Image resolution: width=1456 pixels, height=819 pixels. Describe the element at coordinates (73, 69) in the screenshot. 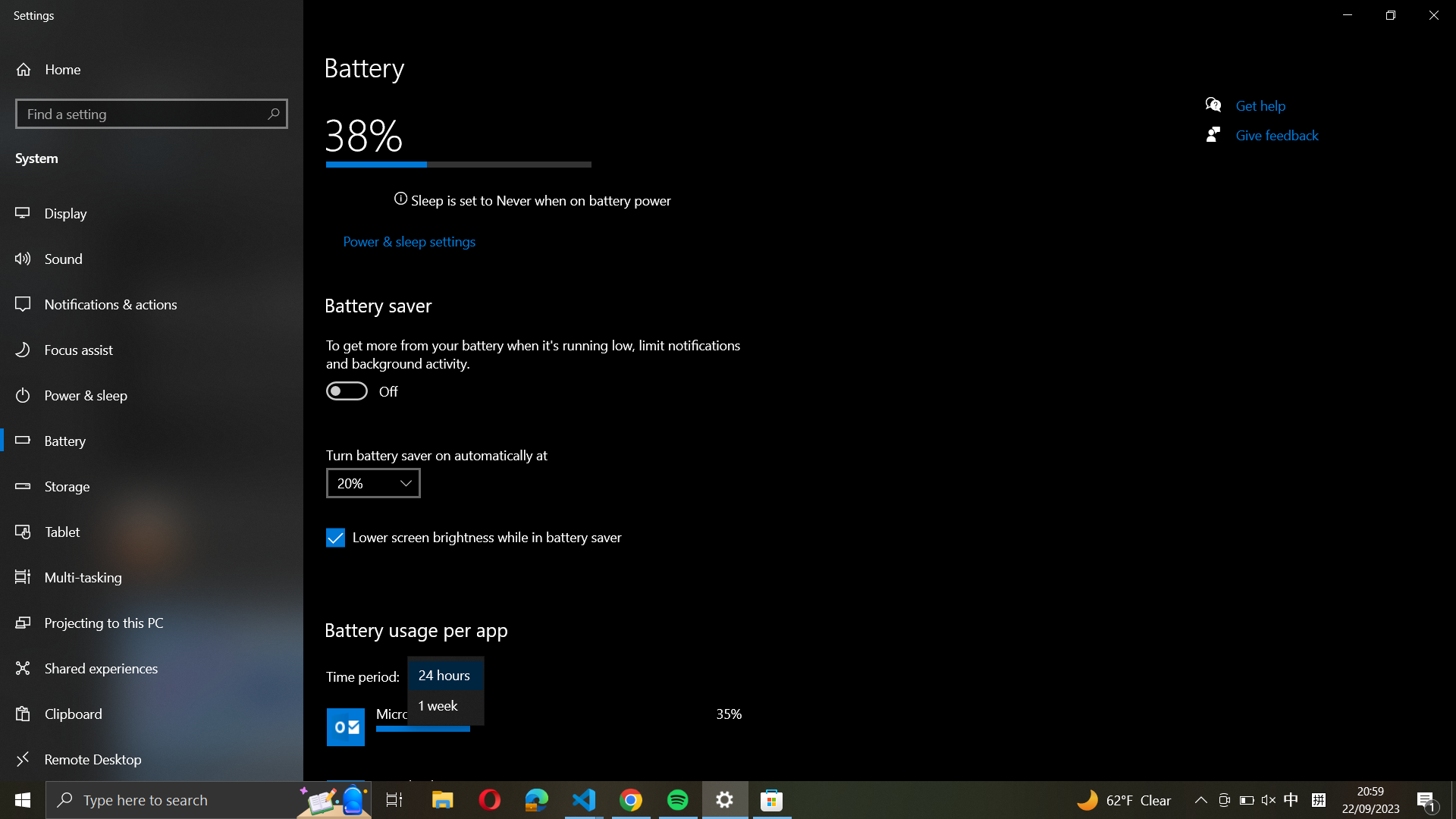

I see `the Home settings from the left panel` at that location.